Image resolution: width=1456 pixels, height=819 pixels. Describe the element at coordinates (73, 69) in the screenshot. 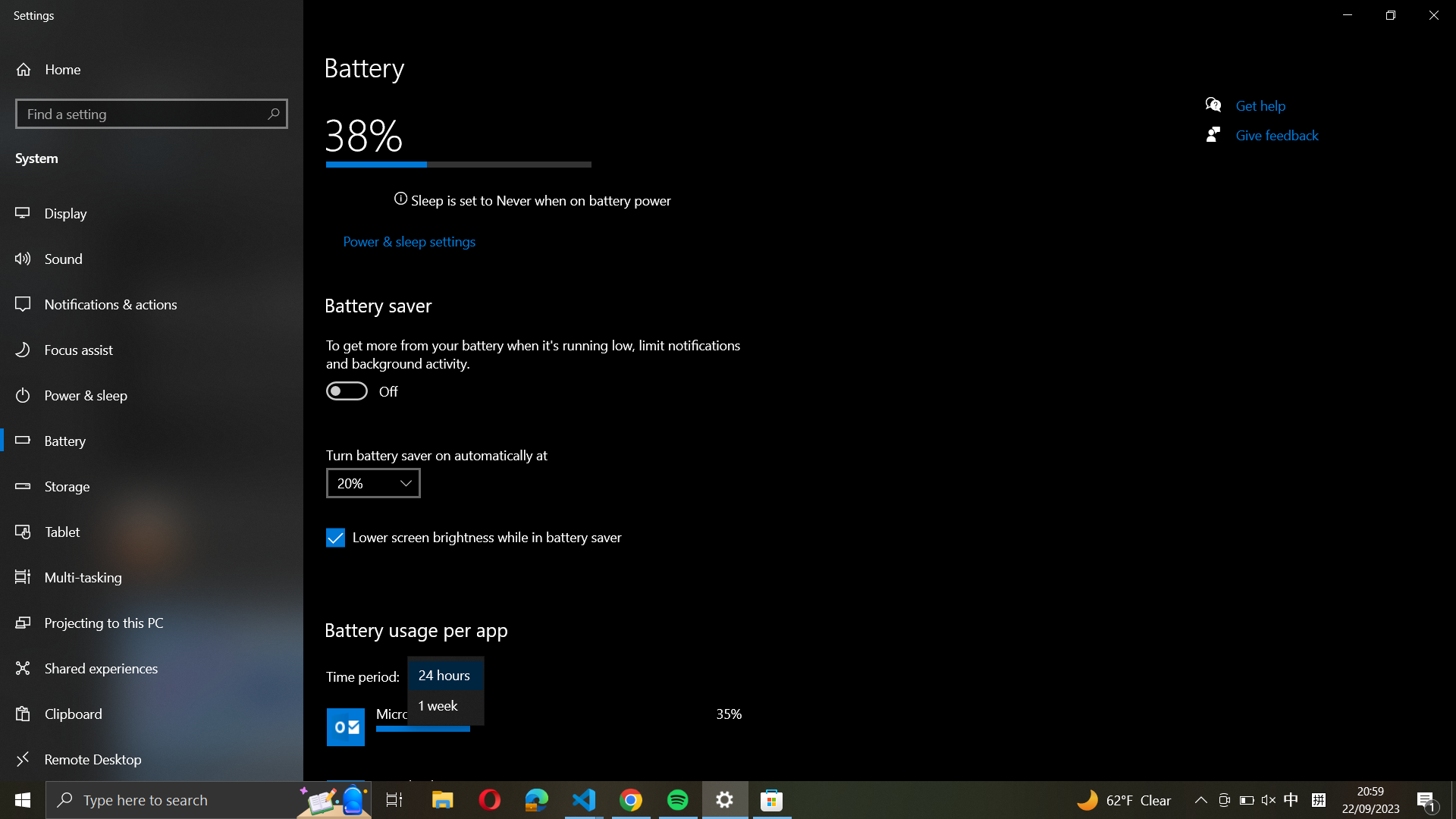

I see `the Home settings from the left panel` at that location.